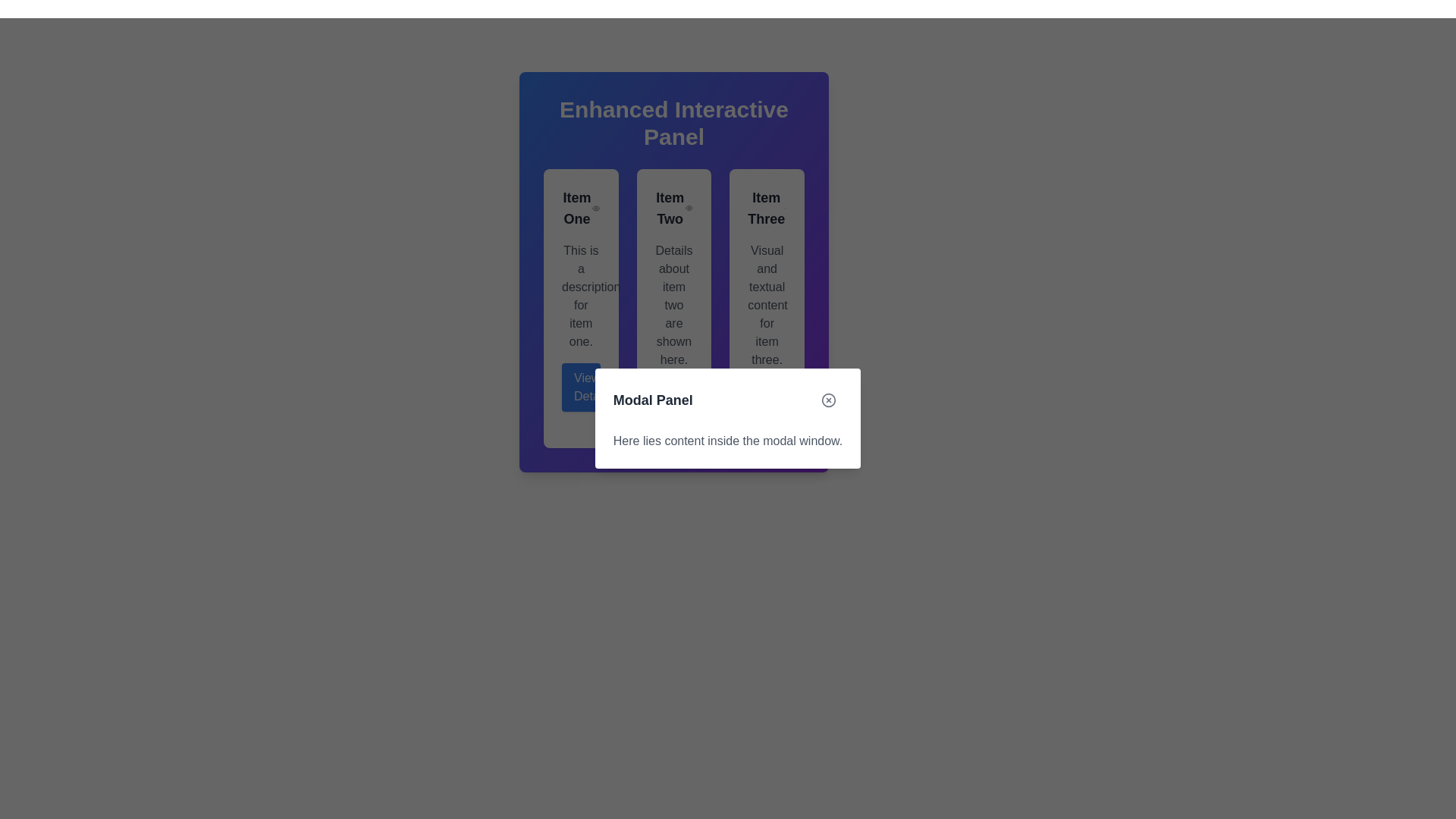 Image resolution: width=1456 pixels, height=819 pixels. Describe the element at coordinates (580, 296) in the screenshot. I see `the static text block that provides additional information about 'Item One', located beneath its title and above the 'View Details' button` at that location.